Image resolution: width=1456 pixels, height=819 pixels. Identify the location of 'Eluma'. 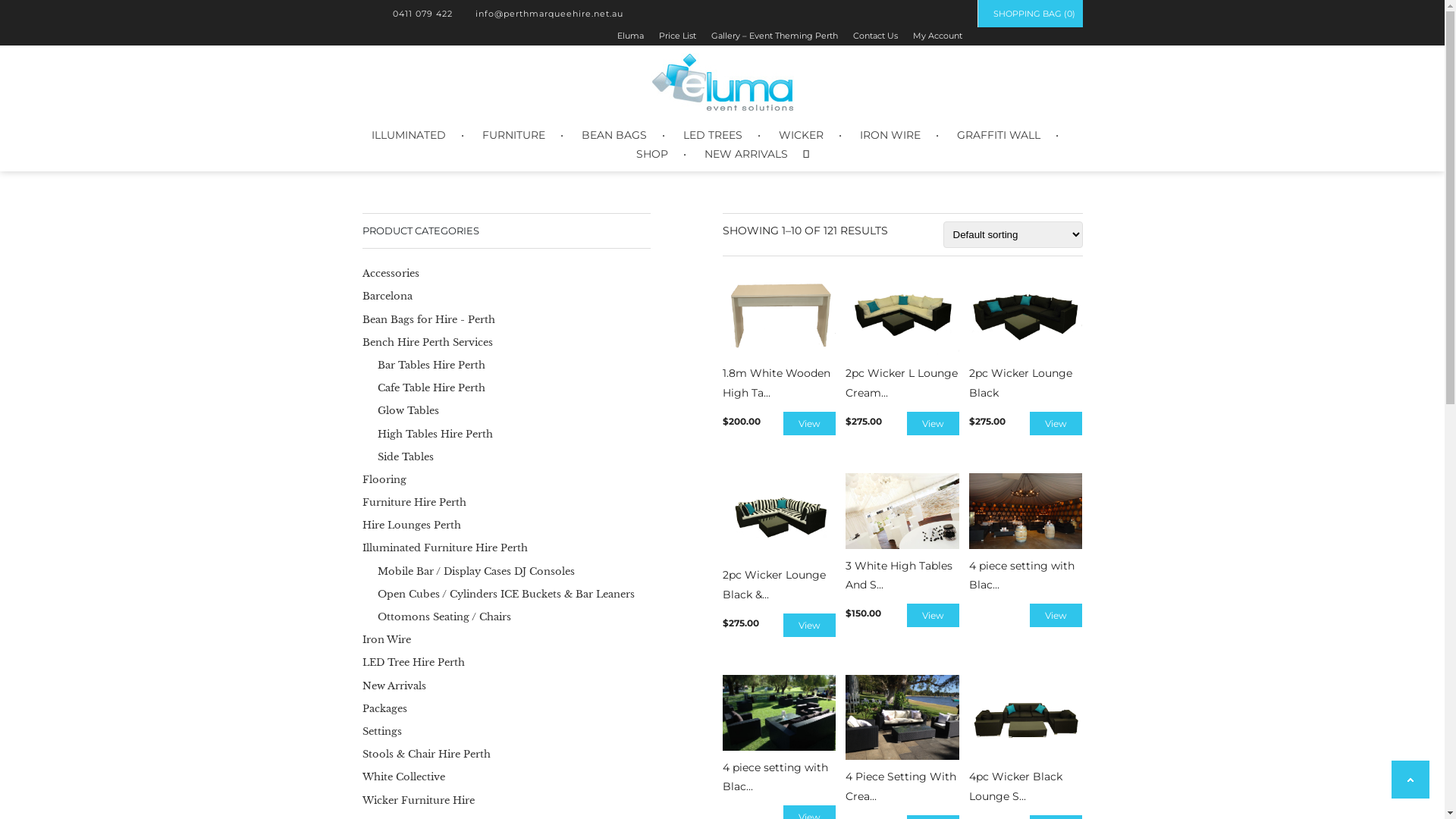
(630, 34).